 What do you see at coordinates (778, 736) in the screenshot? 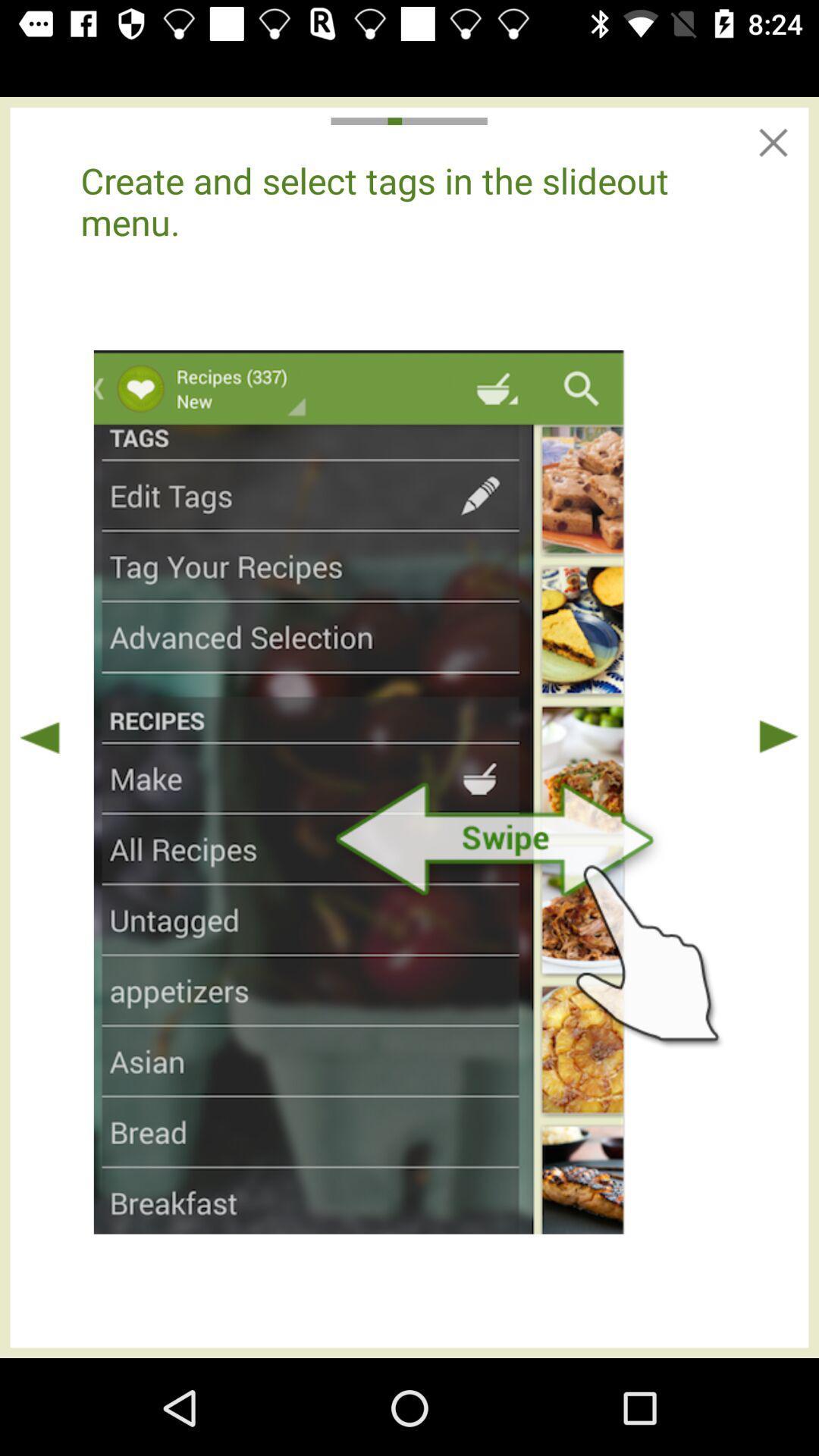
I see `play` at bounding box center [778, 736].